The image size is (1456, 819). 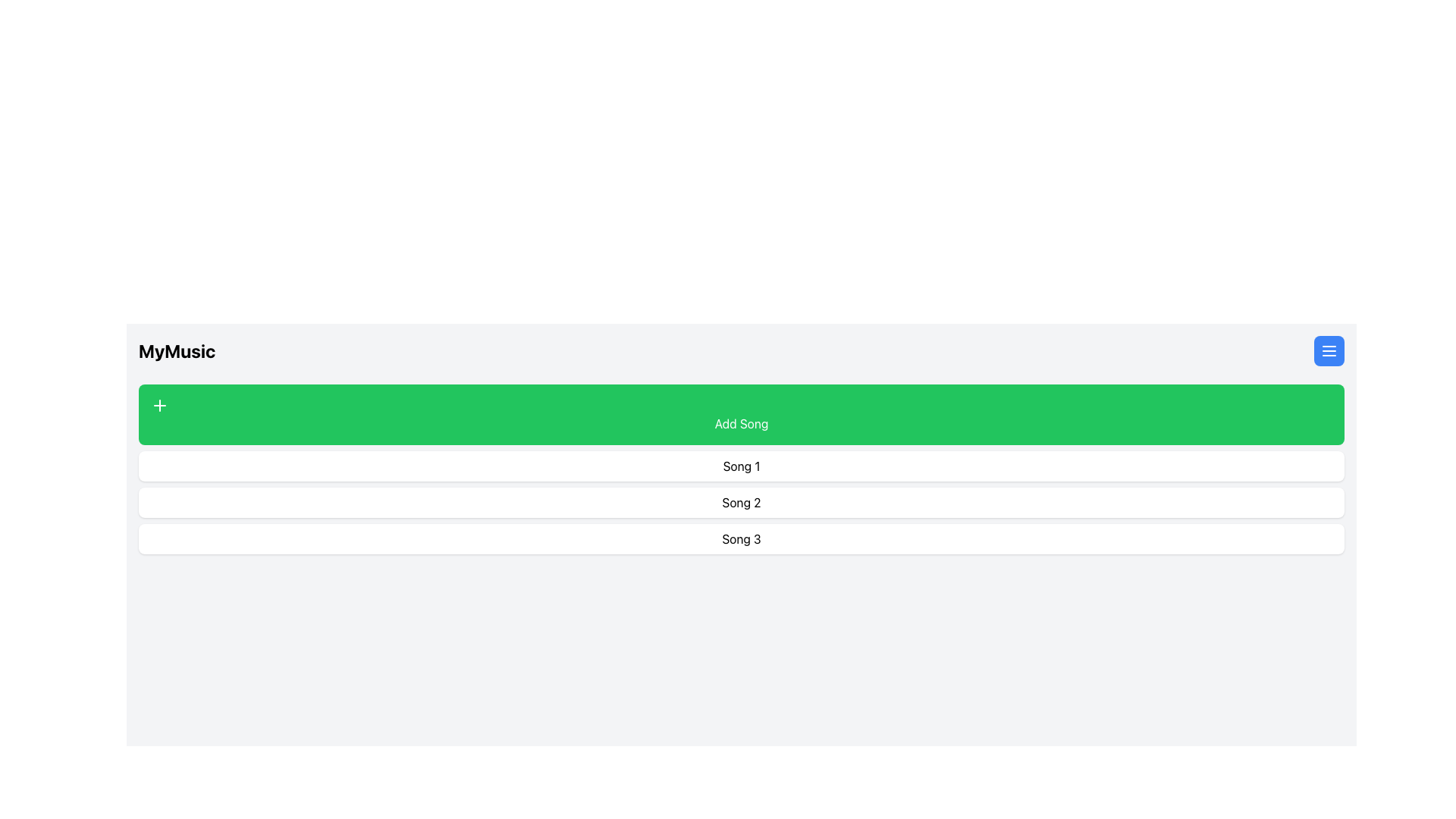 What do you see at coordinates (742, 415) in the screenshot?
I see `the bright green 'Add Song' button with a white '+' icon` at bounding box center [742, 415].